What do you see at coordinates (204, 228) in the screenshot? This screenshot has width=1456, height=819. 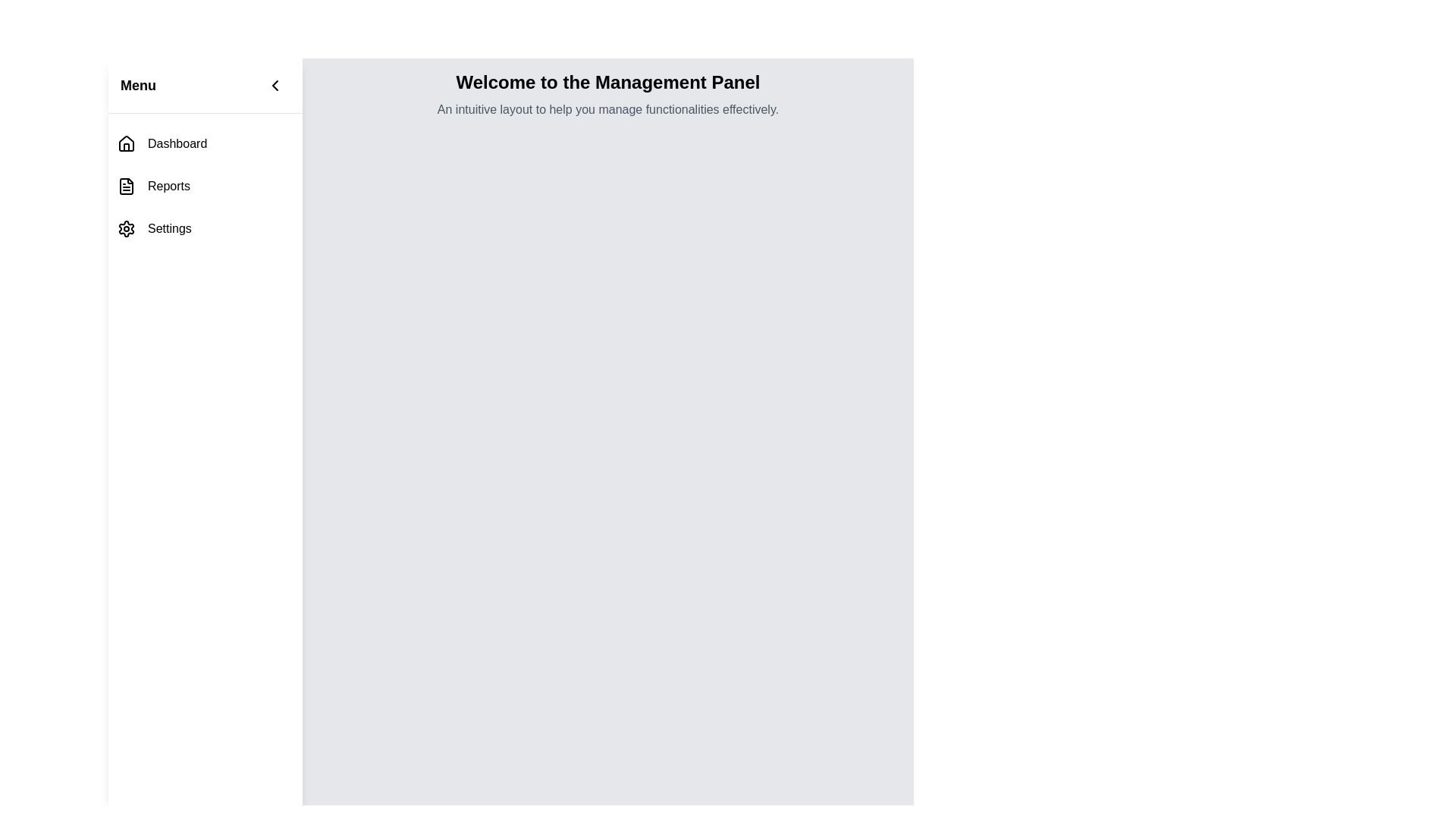 I see `the third navigation menu item that directs to settings or configuration options` at bounding box center [204, 228].